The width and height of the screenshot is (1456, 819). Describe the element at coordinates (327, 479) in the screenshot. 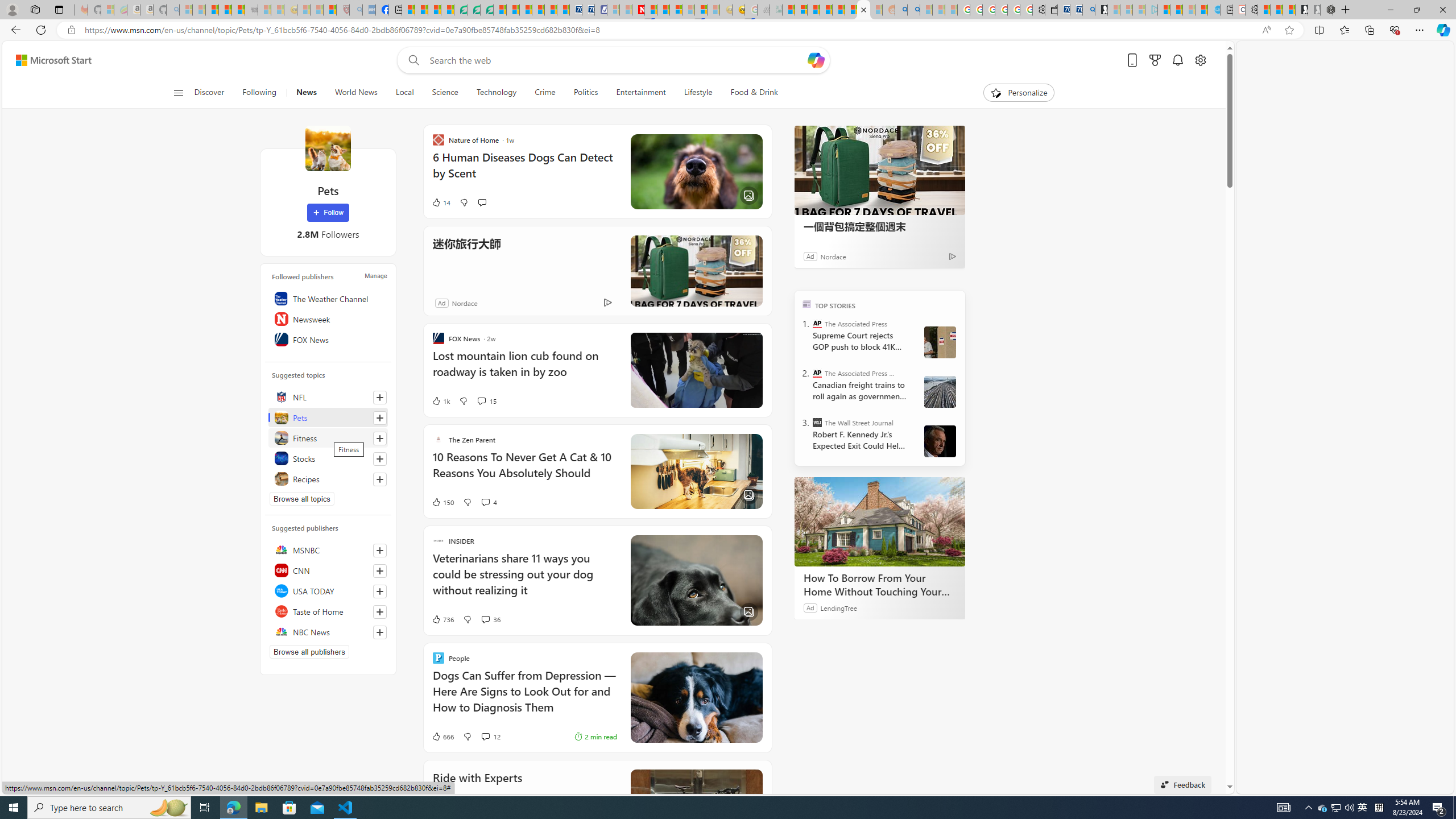

I see `'Recipes'` at that location.